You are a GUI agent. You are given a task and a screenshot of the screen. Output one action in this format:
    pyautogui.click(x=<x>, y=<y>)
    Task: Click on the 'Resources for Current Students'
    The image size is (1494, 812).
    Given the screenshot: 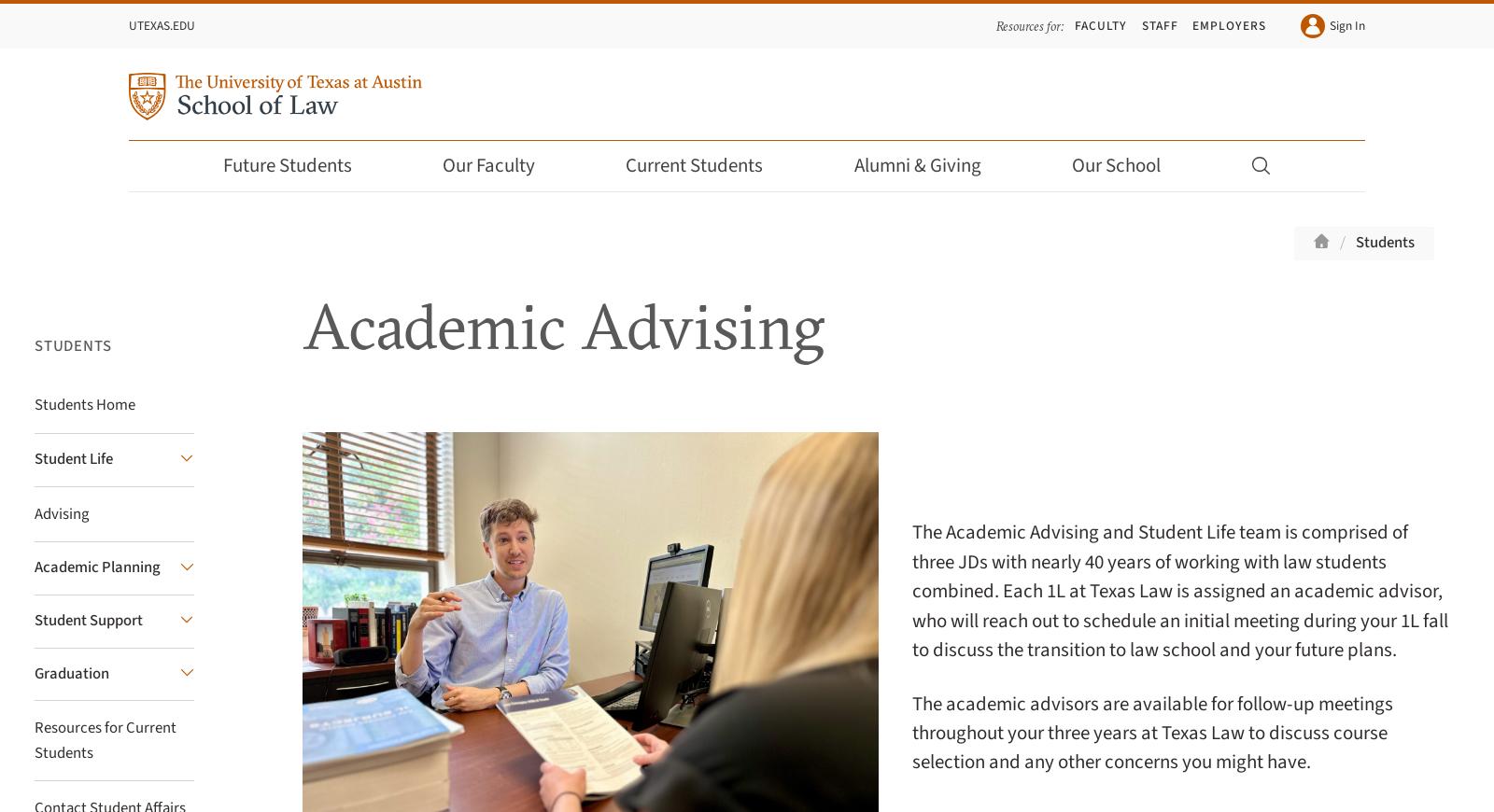 What is the action you would take?
    pyautogui.click(x=104, y=740)
    